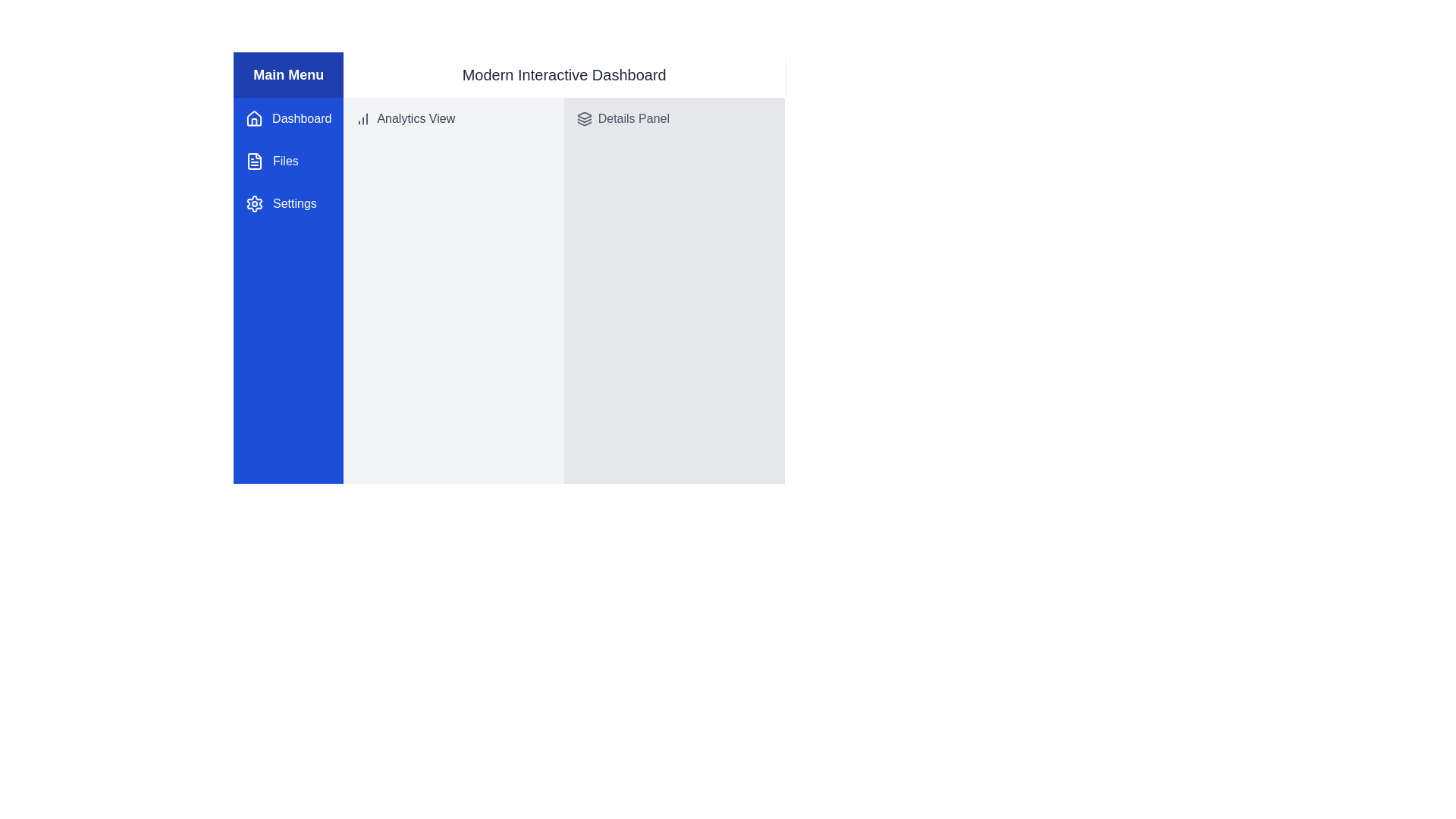  Describe the element at coordinates (453, 118) in the screenshot. I see `the 'Analytics View' navigation link located in the left panel just below the 'Main Menu' header` at that location.